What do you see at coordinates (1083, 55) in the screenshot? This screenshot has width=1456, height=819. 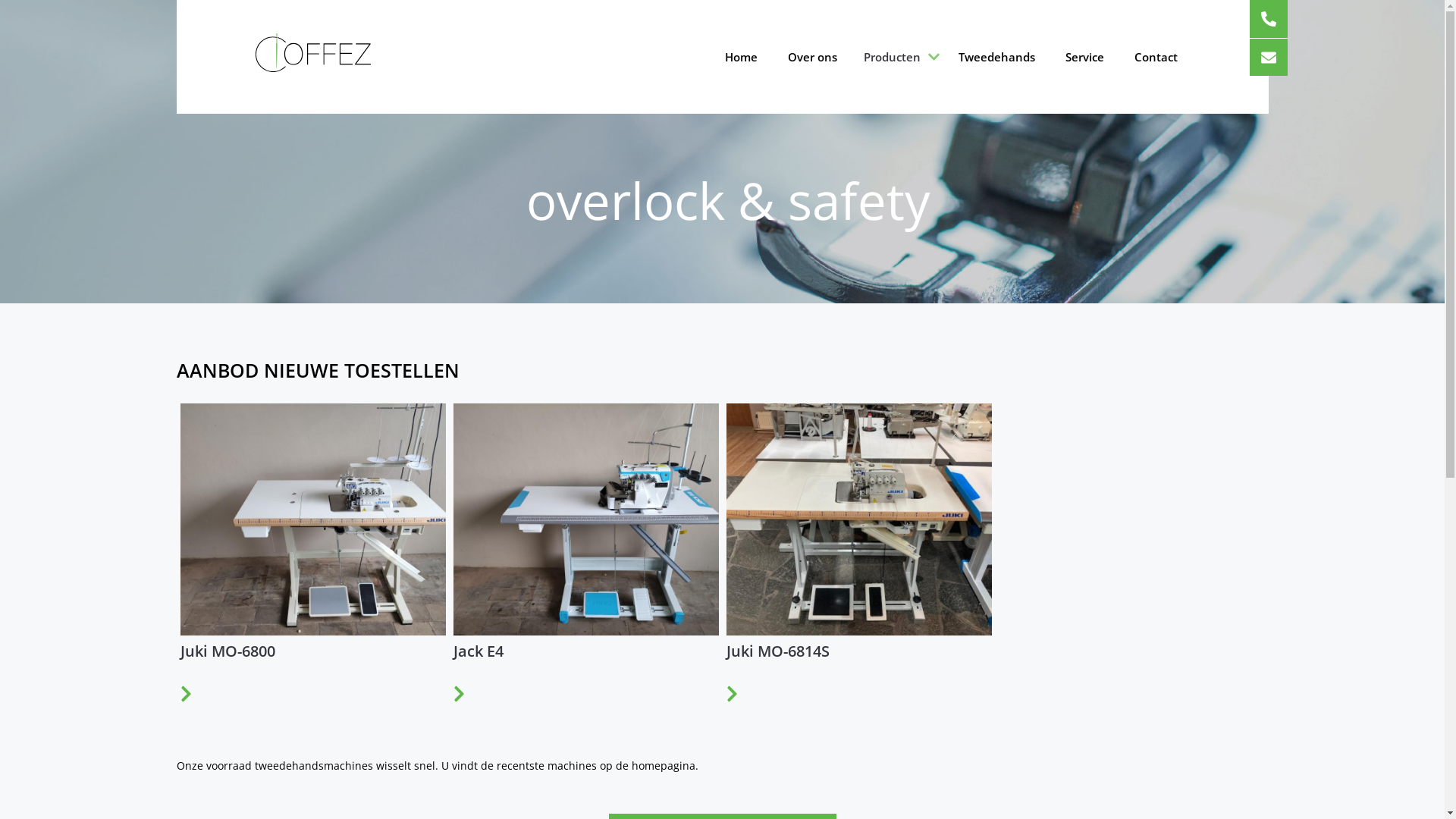 I see `'Service'` at bounding box center [1083, 55].